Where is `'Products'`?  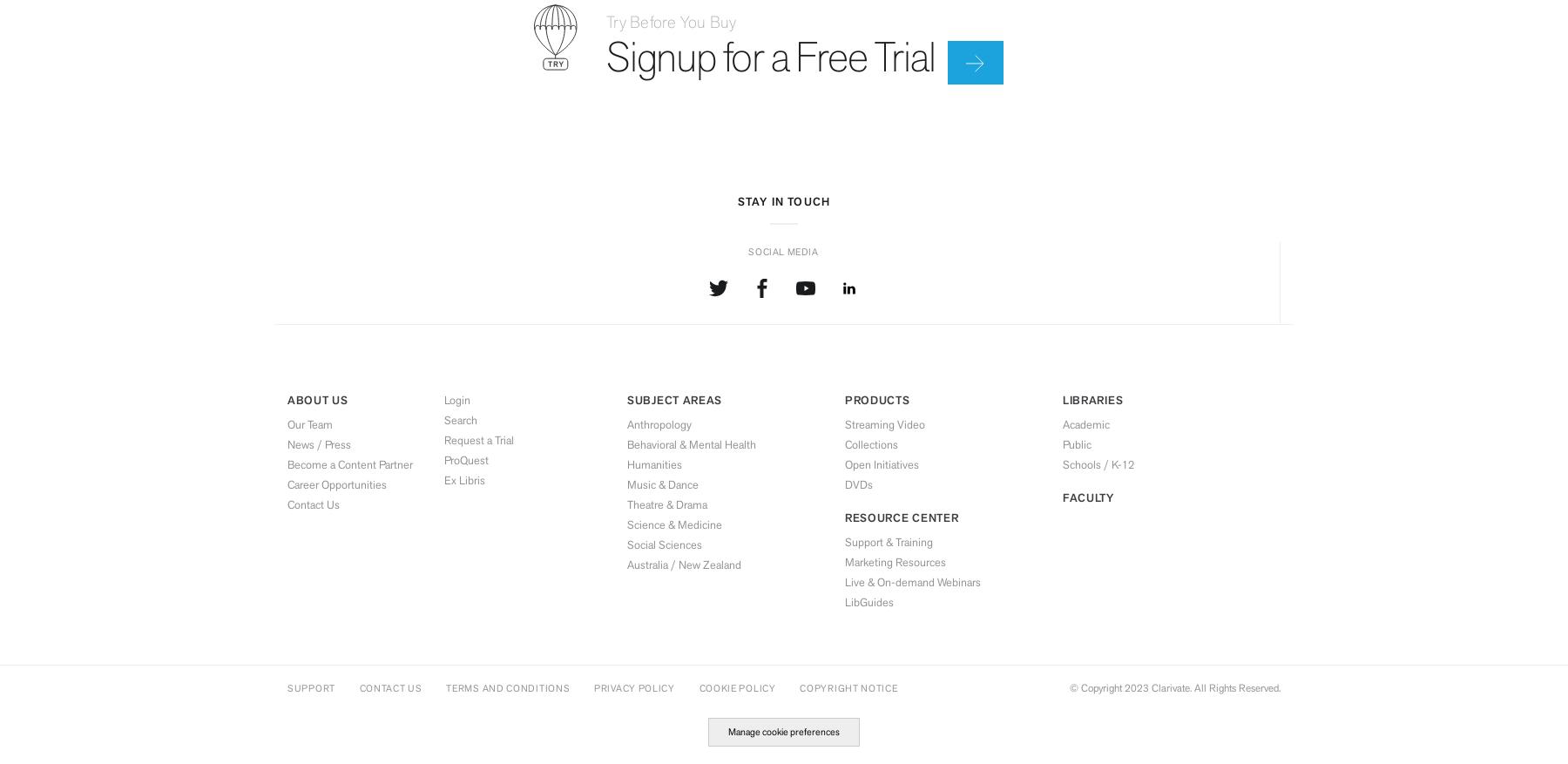
'Products' is located at coordinates (875, 399).